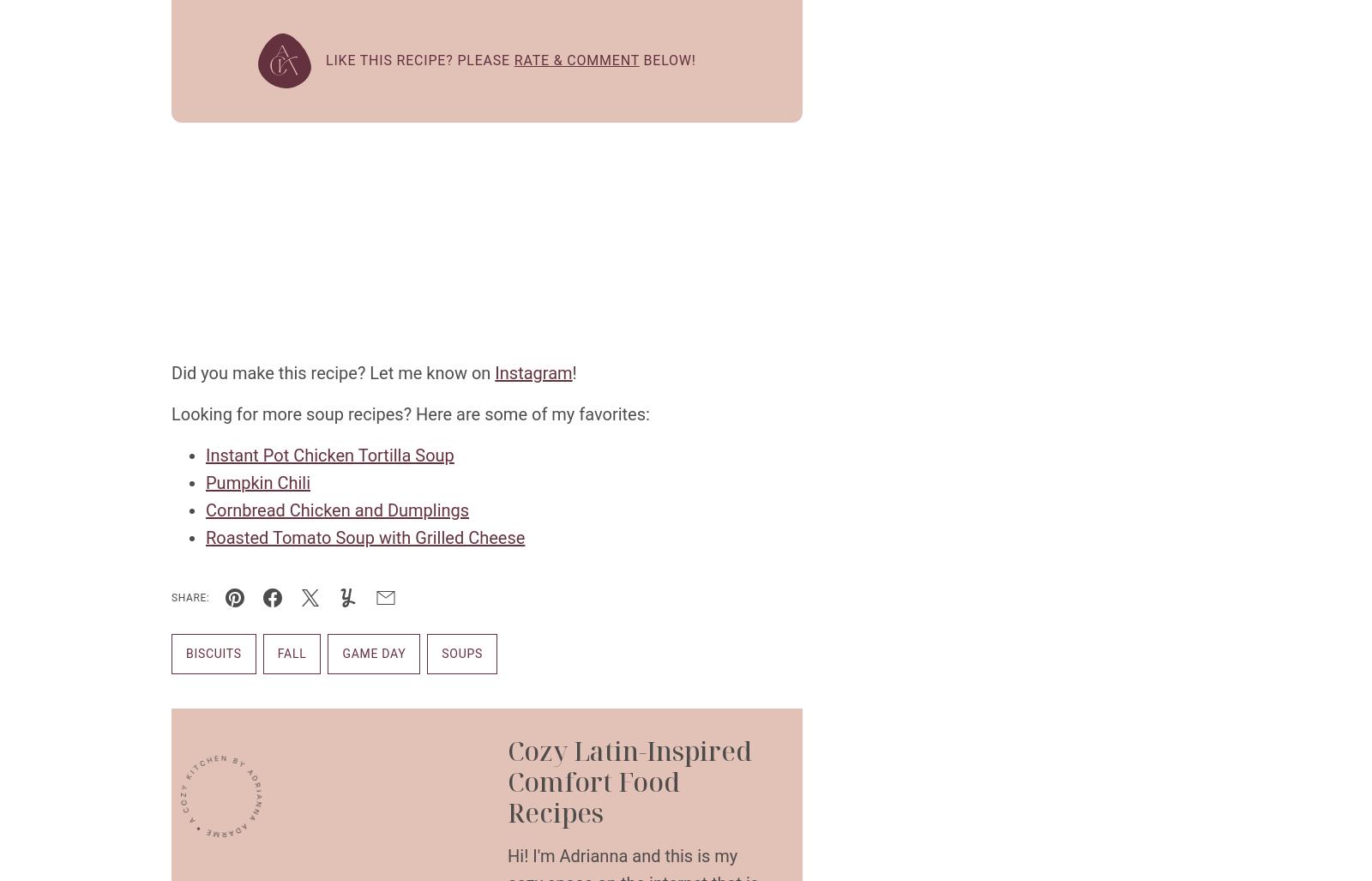 This screenshot has width=1372, height=881. Describe the element at coordinates (337, 510) in the screenshot. I see `'Cornbread Chicken and Dumplings'` at that location.